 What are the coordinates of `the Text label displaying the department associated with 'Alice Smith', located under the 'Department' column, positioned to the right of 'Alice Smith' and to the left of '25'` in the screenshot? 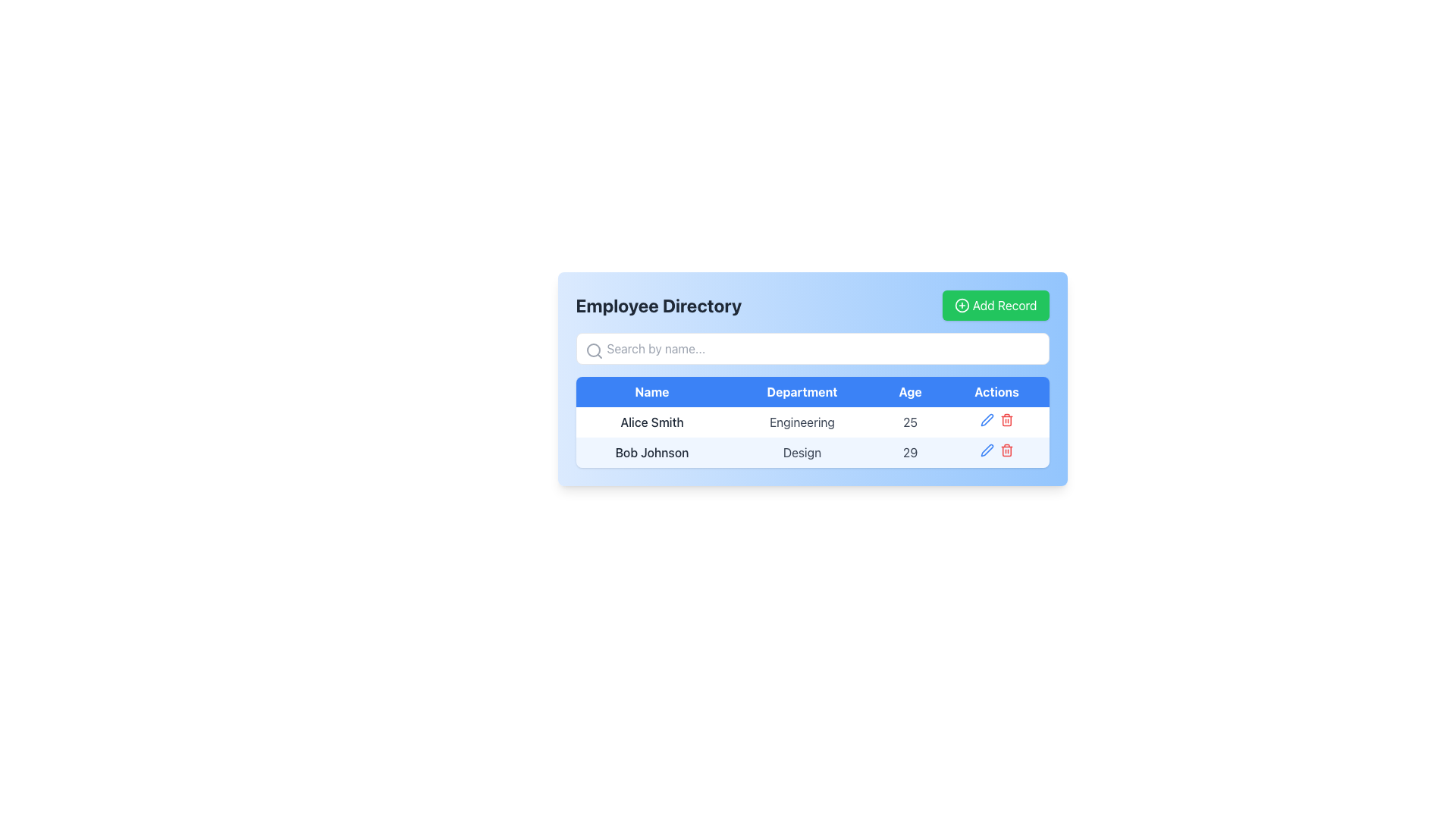 It's located at (801, 422).